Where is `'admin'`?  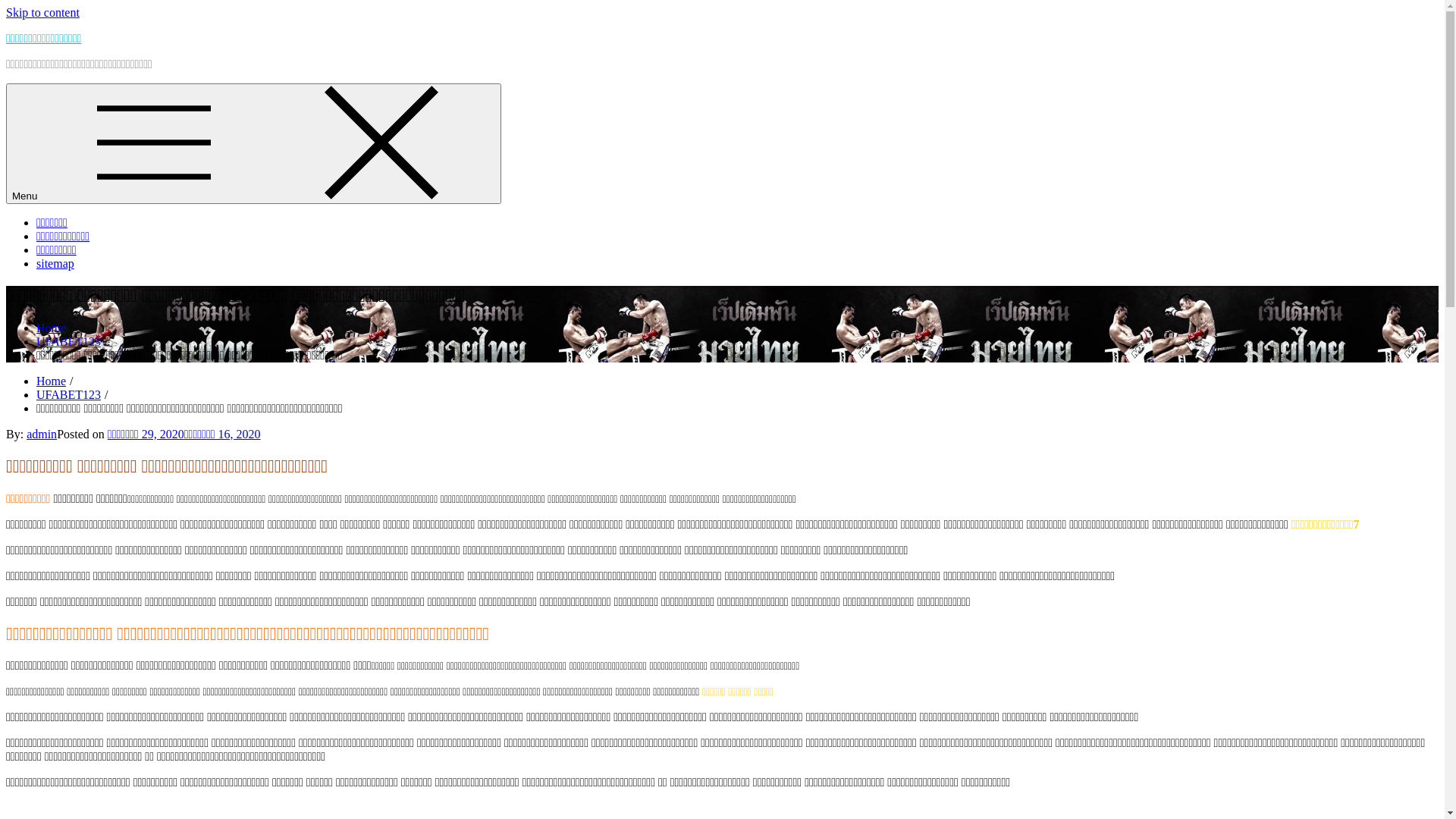
'admin' is located at coordinates (41, 434).